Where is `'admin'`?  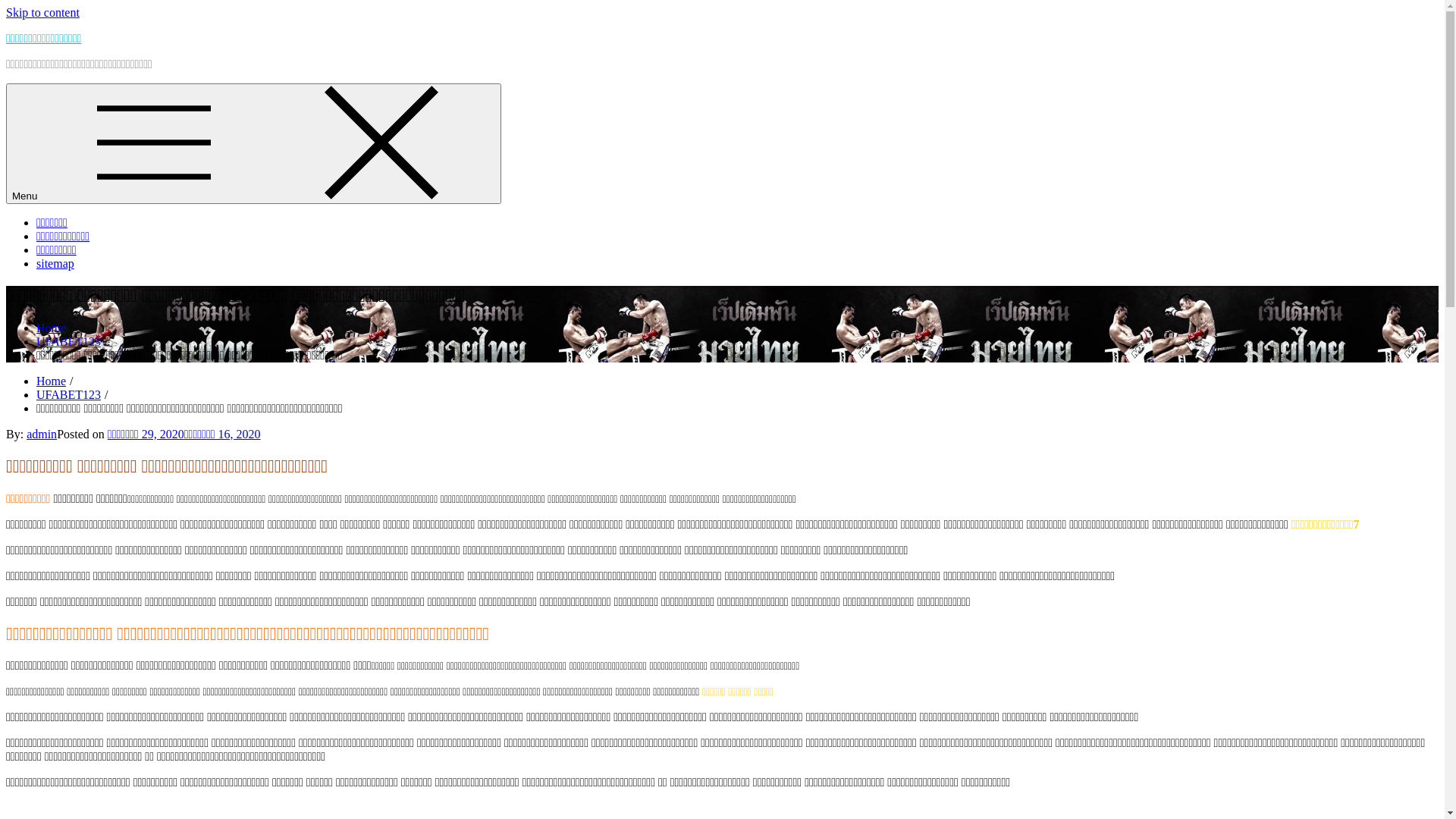
'admin' is located at coordinates (41, 434).